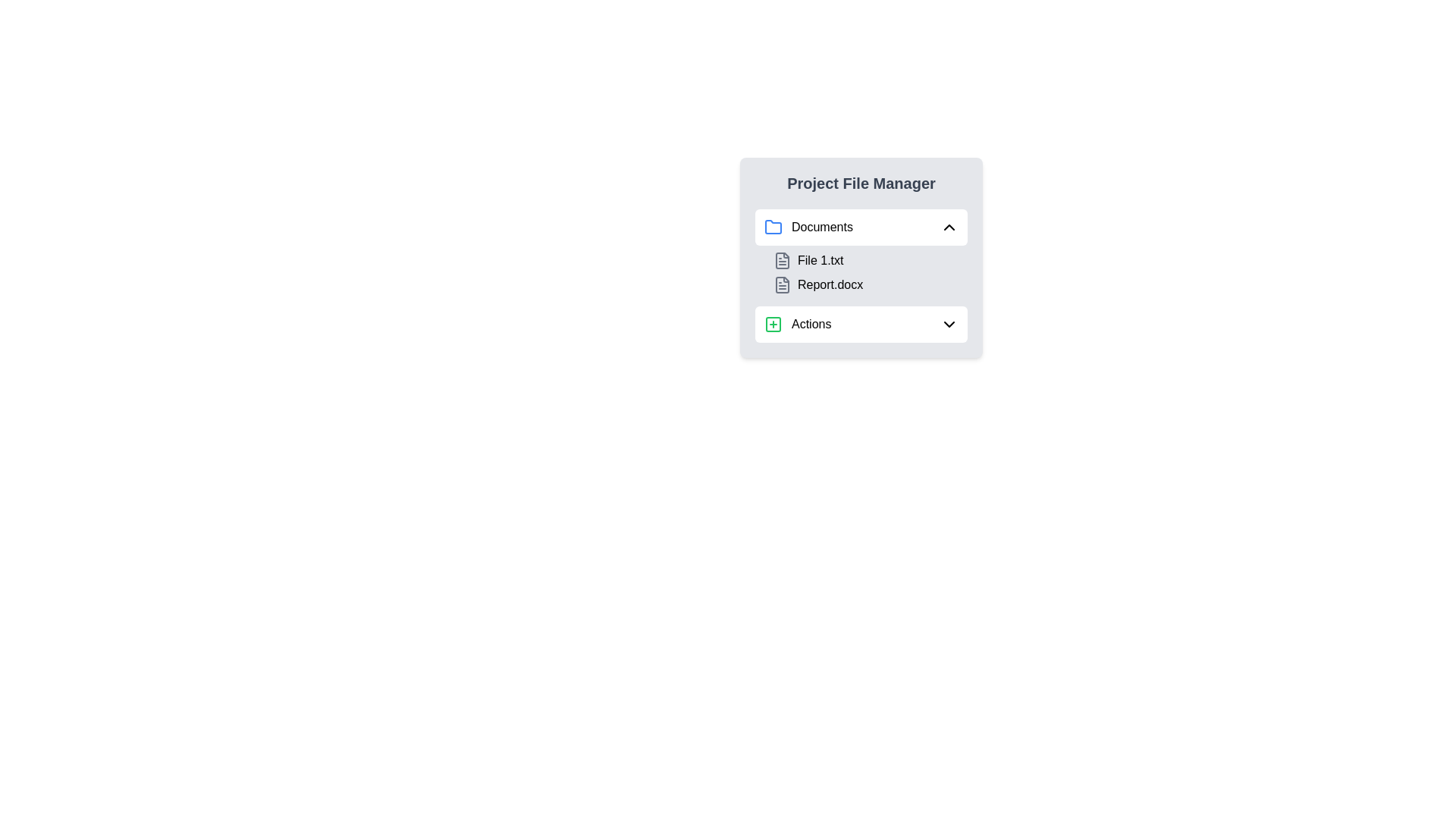  I want to click on the black downwards chevron arrow icon located to the right of the 'Actions' text, so click(949, 324).